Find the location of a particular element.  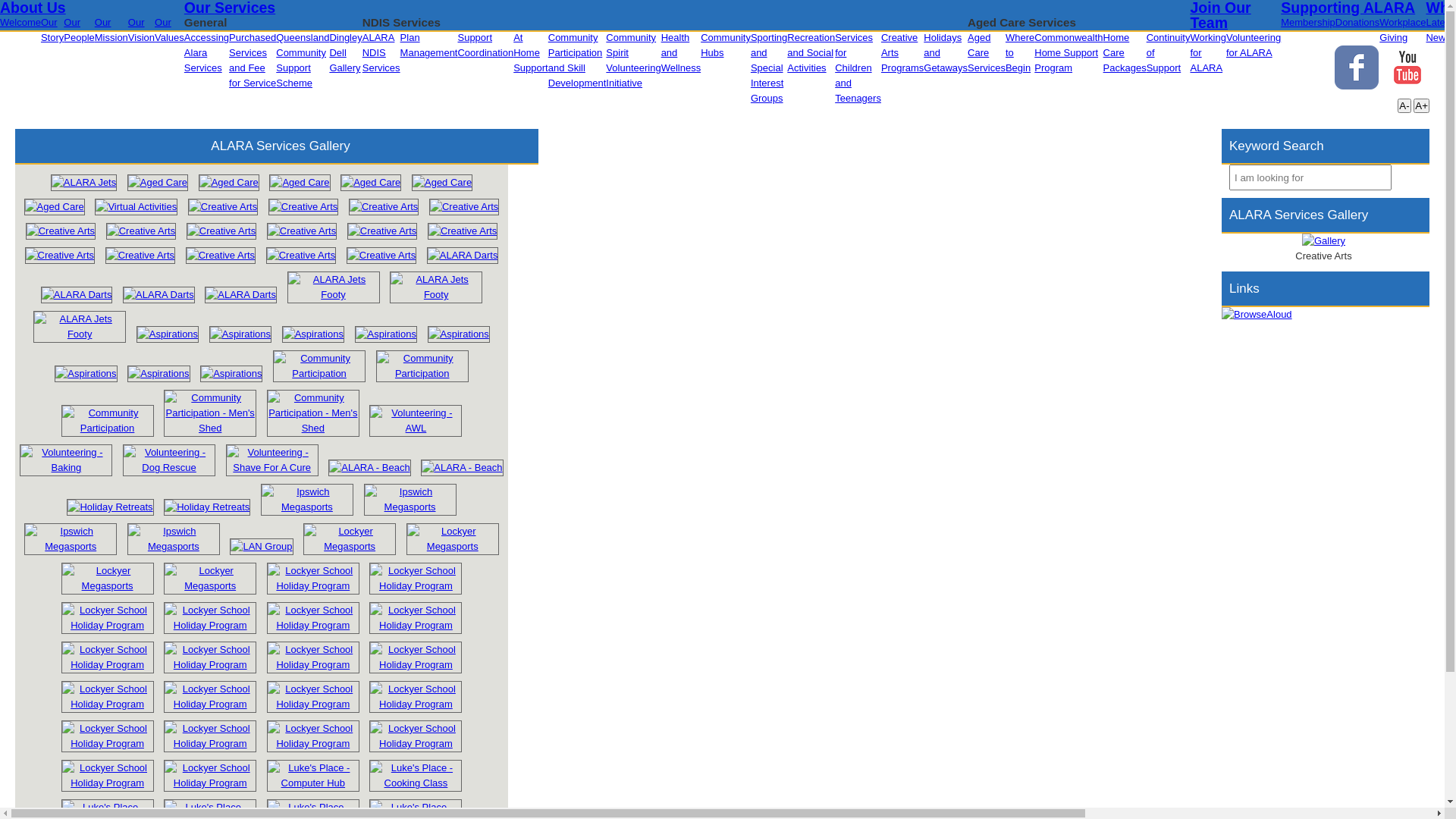

'Lockyer Megasports' is located at coordinates (348, 546).